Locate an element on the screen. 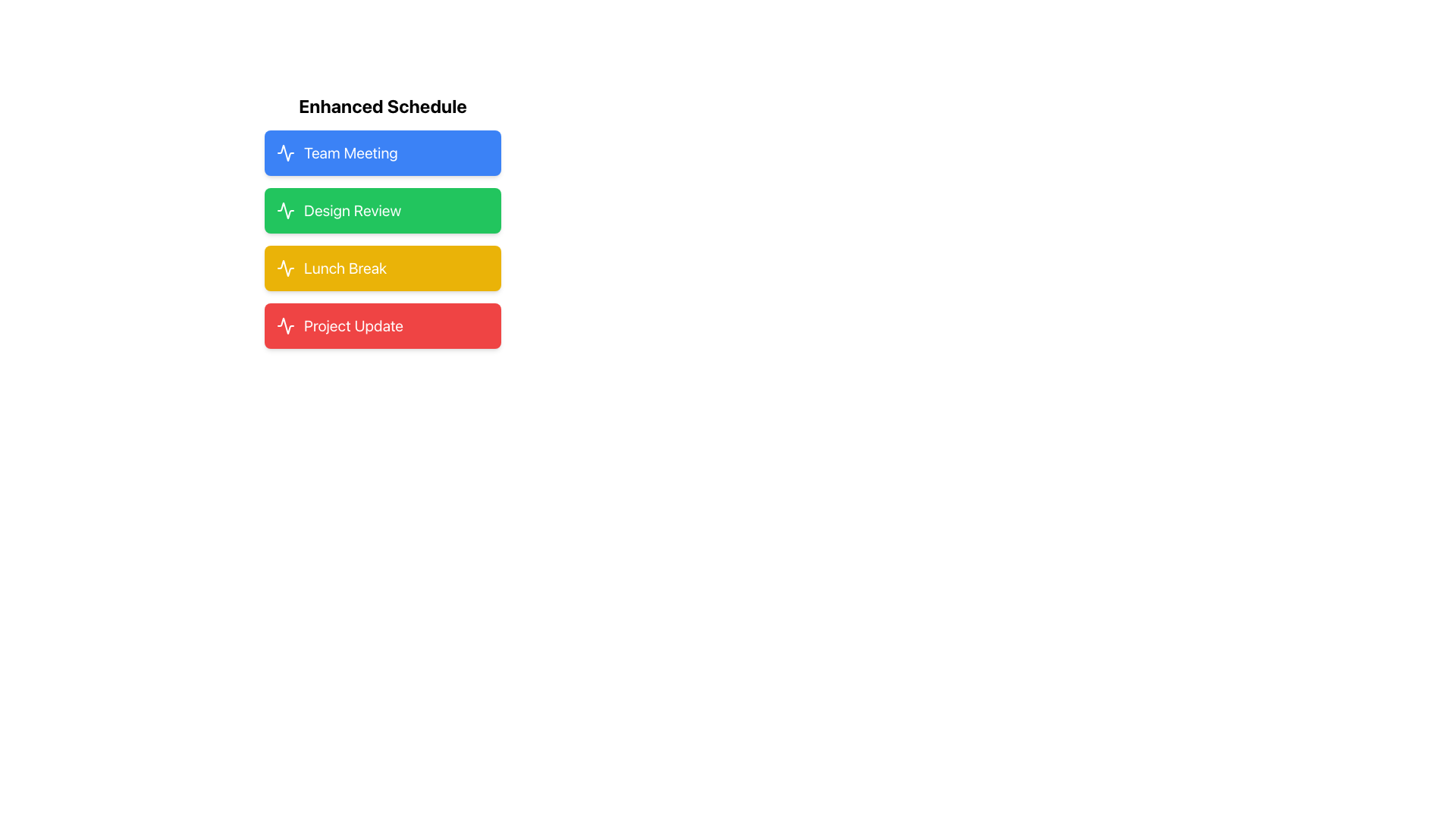  the decorative waveform icon with a green stroke color located inside the 'Design Review' button under 'Enhanced Schedule.' is located at coordinates (286, 210).